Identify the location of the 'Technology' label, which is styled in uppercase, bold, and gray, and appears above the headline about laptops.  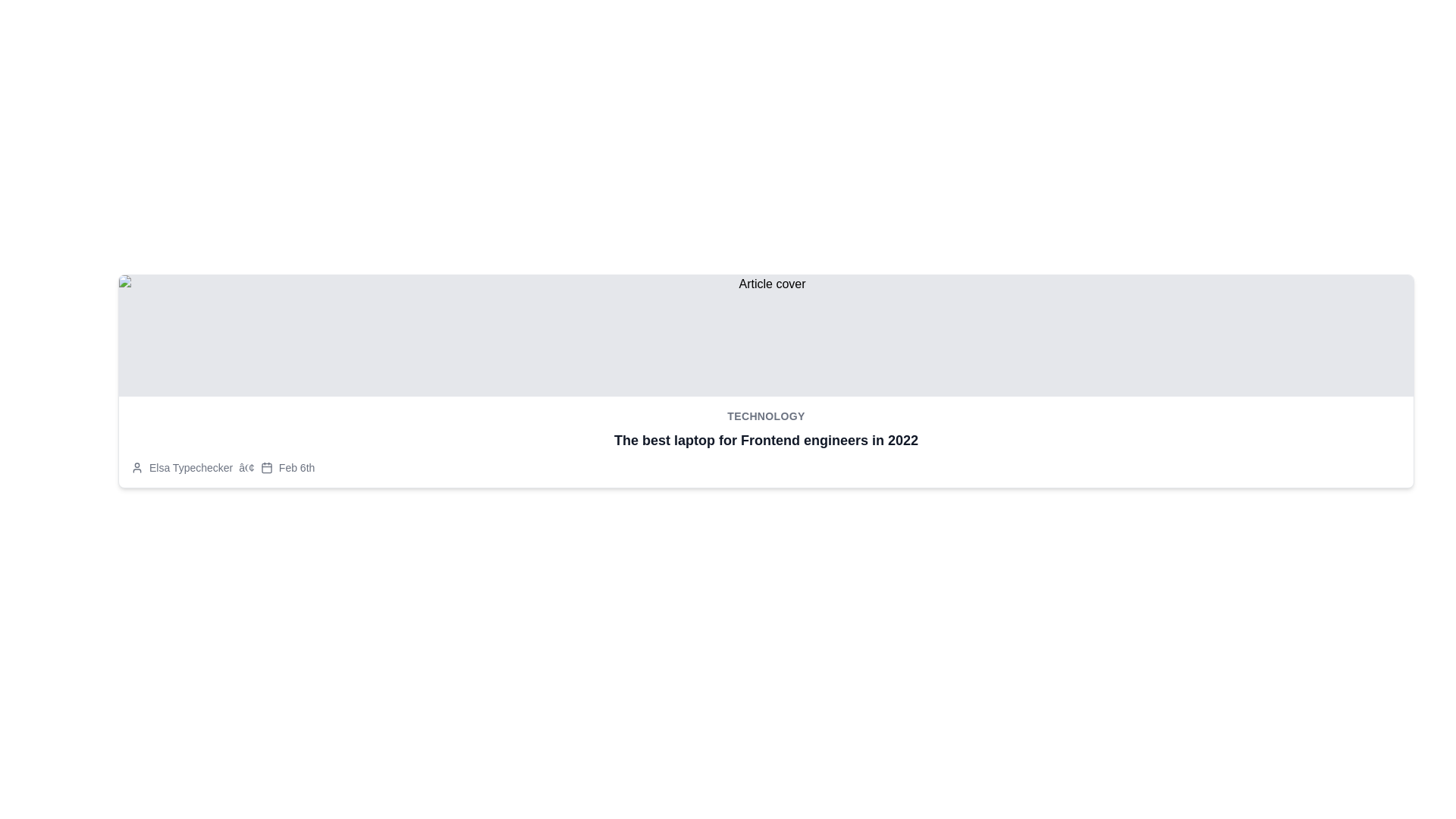
(766, 416).